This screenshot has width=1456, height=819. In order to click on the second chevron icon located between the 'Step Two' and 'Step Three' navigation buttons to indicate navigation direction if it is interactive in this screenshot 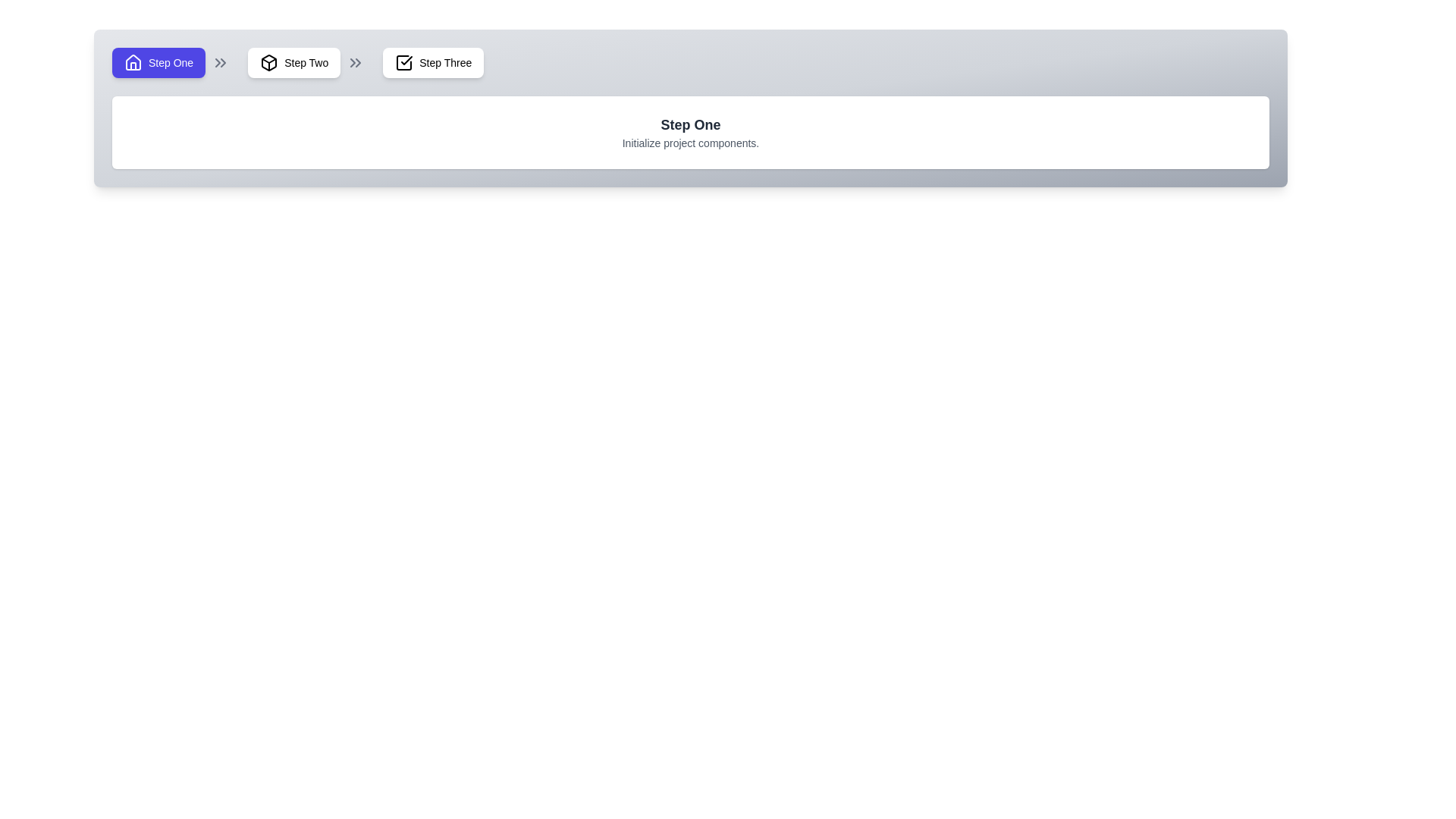, I will do `click(357, 62)`.